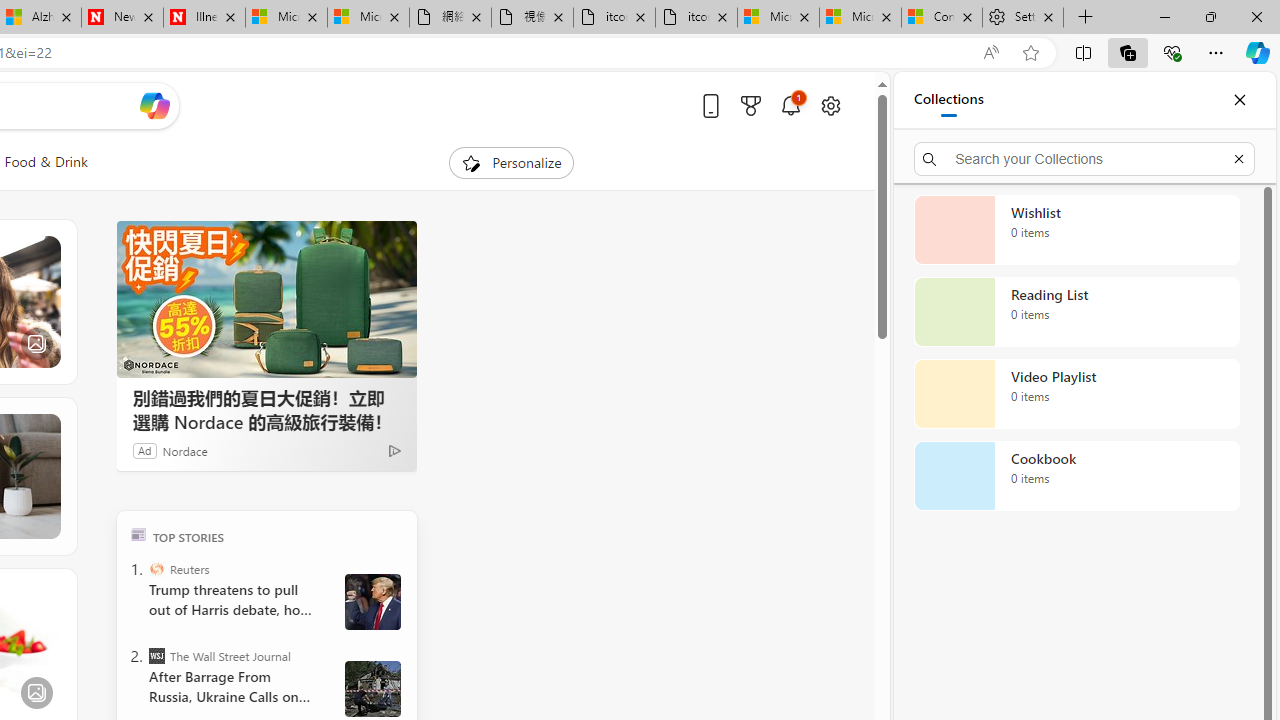  Describe the element at coordinates (941, 17) in the screenshot. I see `'Consumer Health Data Privacy Policy'` at that location.